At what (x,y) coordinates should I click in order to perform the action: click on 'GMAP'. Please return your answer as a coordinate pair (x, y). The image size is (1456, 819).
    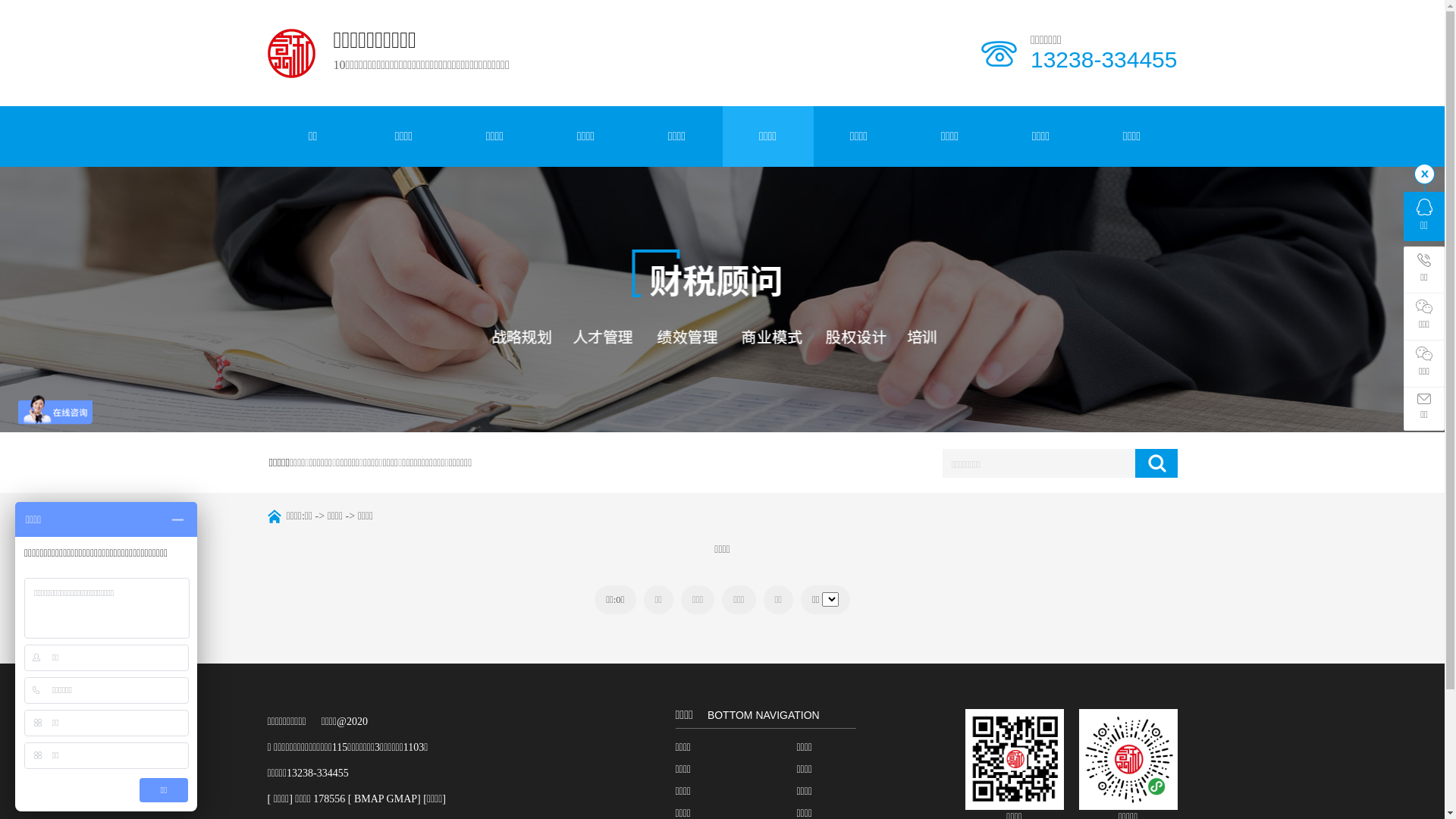
    Looking at the image, I should click on (401, 798).